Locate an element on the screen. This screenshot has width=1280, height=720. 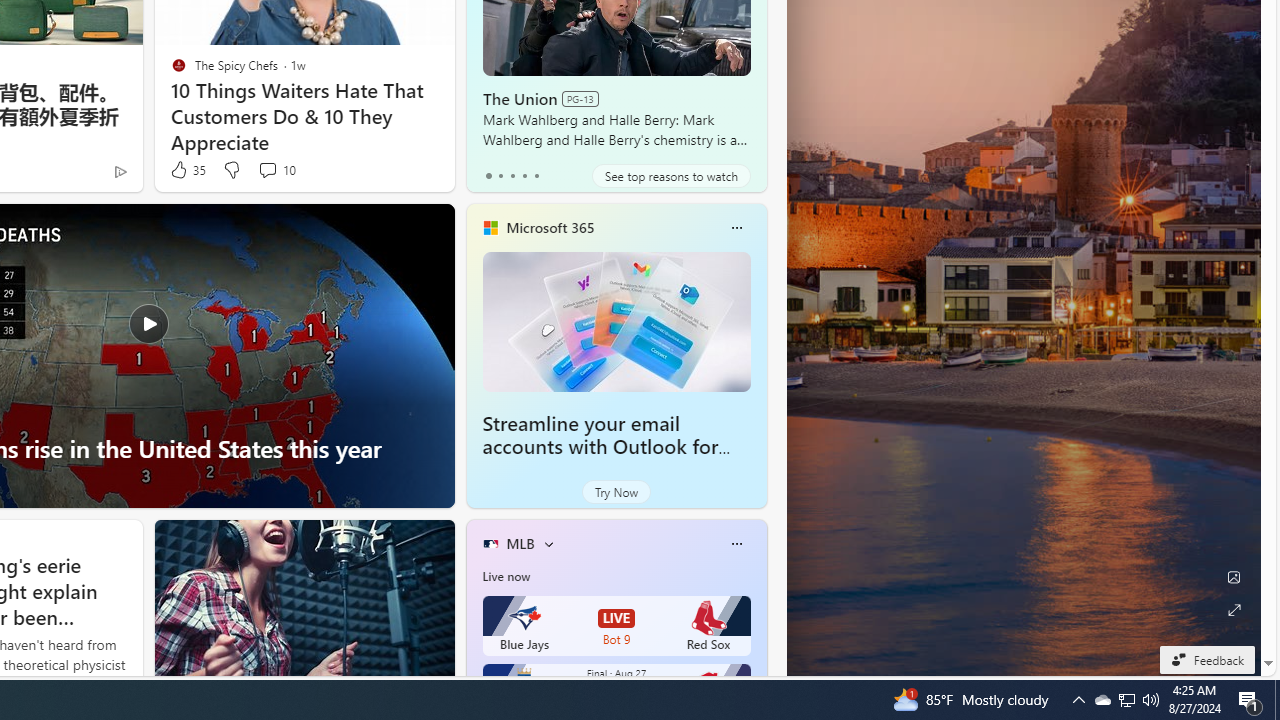
'See top reasons to watch' is located at coordinates (671, 175).